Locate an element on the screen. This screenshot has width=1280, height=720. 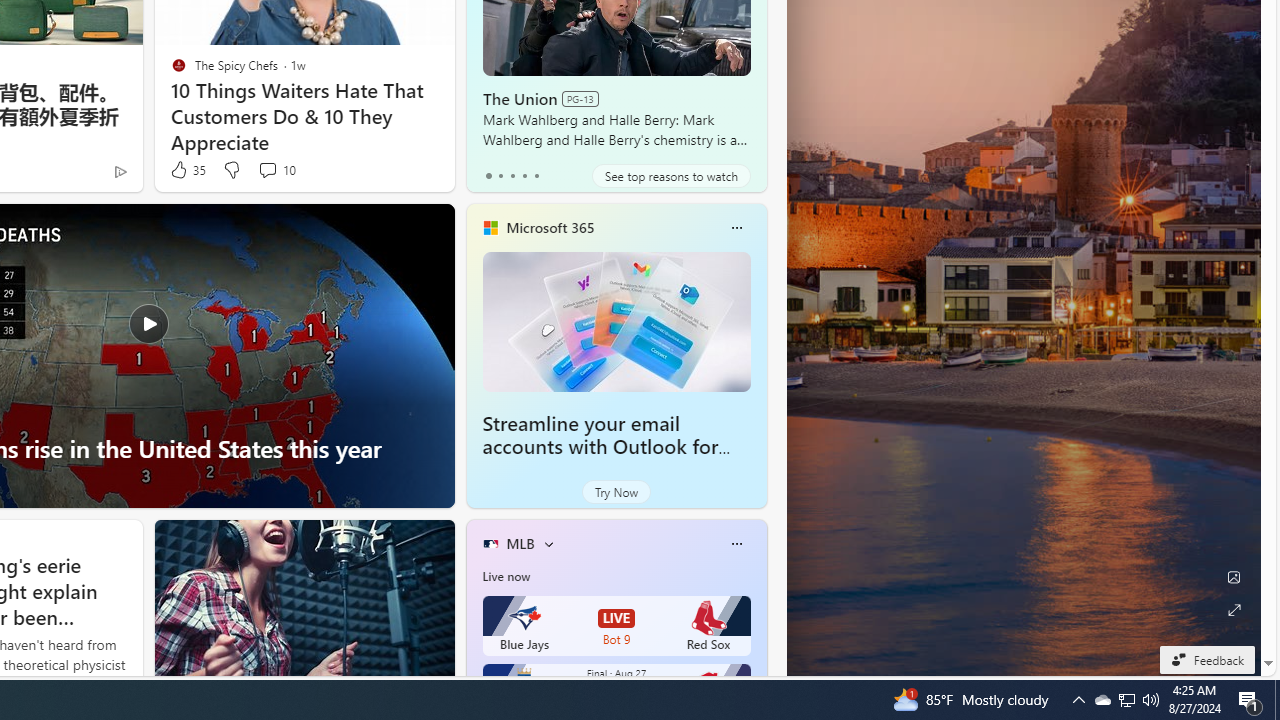
'See top reasons to watch' is located at coordinates (671, 175).